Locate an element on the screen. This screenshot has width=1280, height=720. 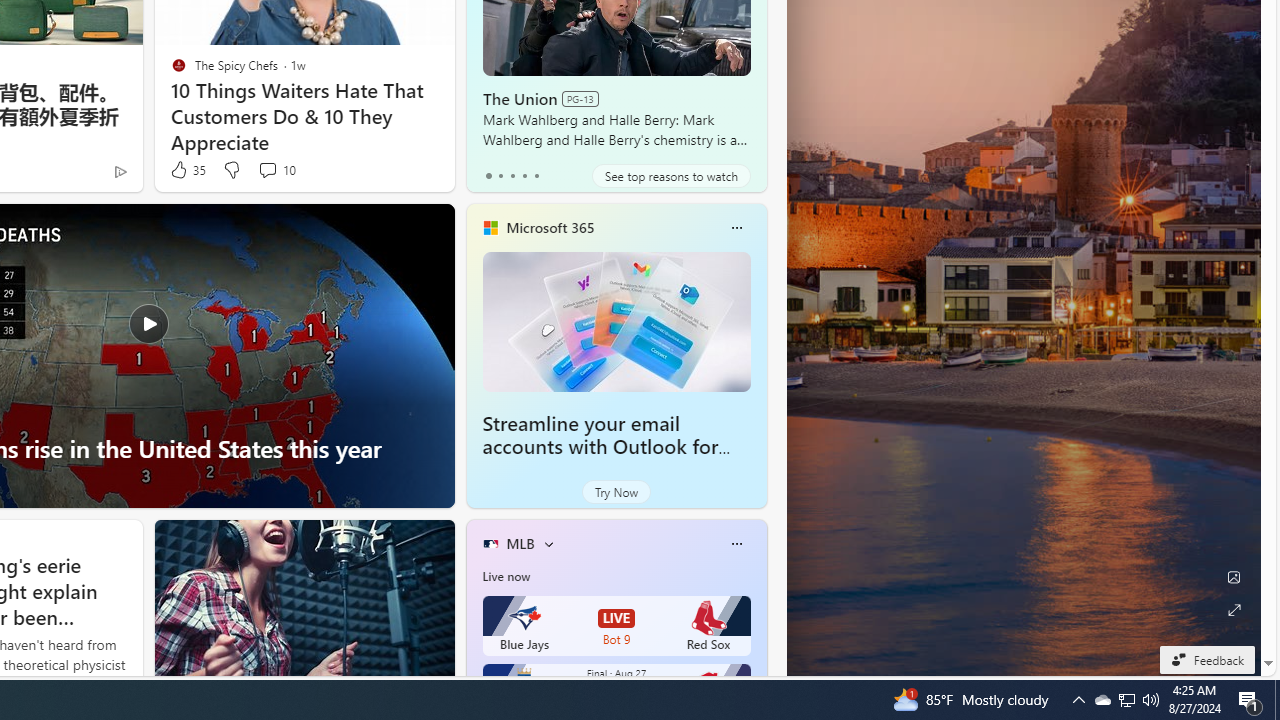
'See top reasons to watch' is located at coordinates (671, 175).